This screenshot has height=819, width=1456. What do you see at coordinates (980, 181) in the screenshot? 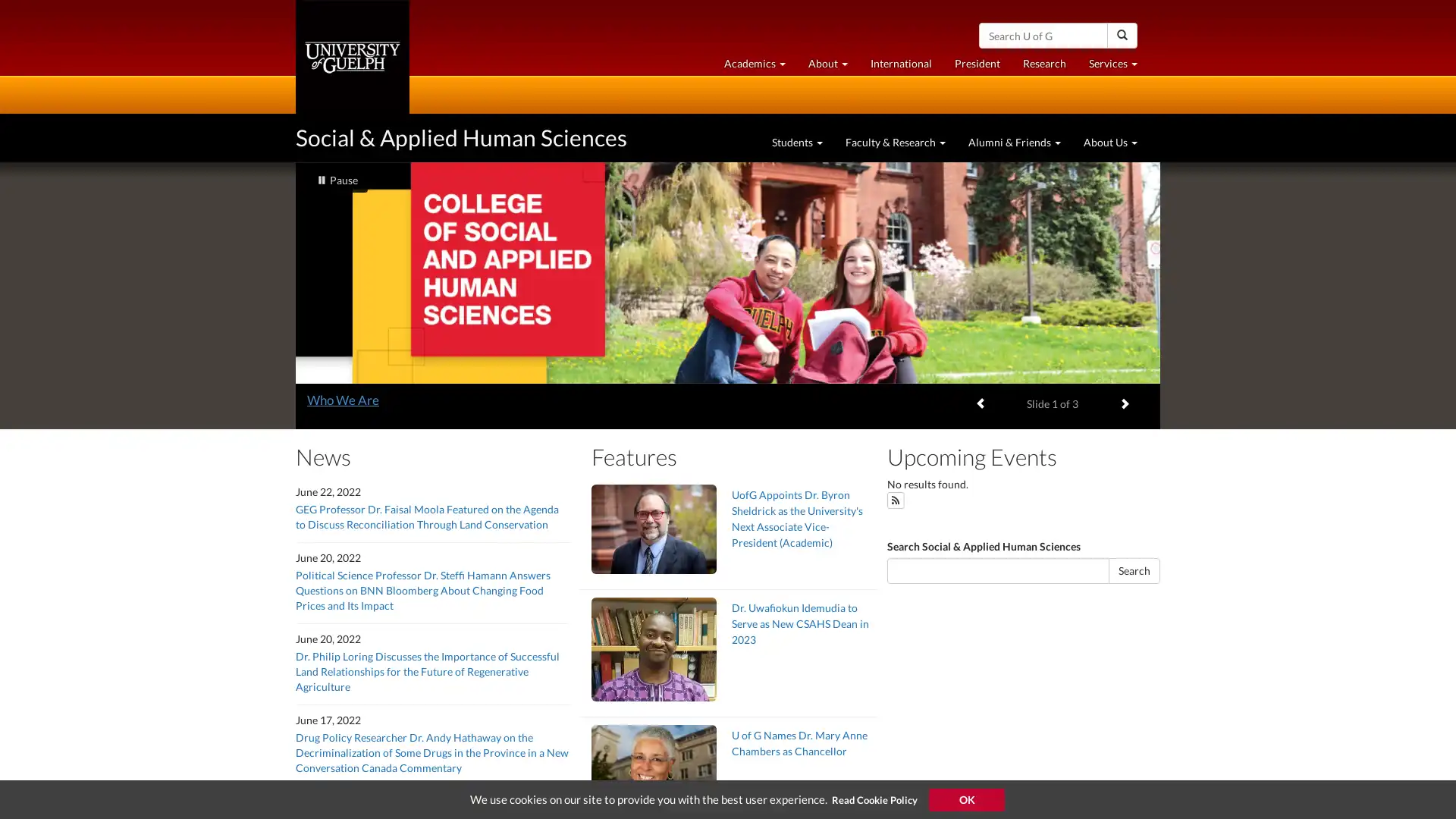
I see `Previous item` at bounding box center [980, 181].